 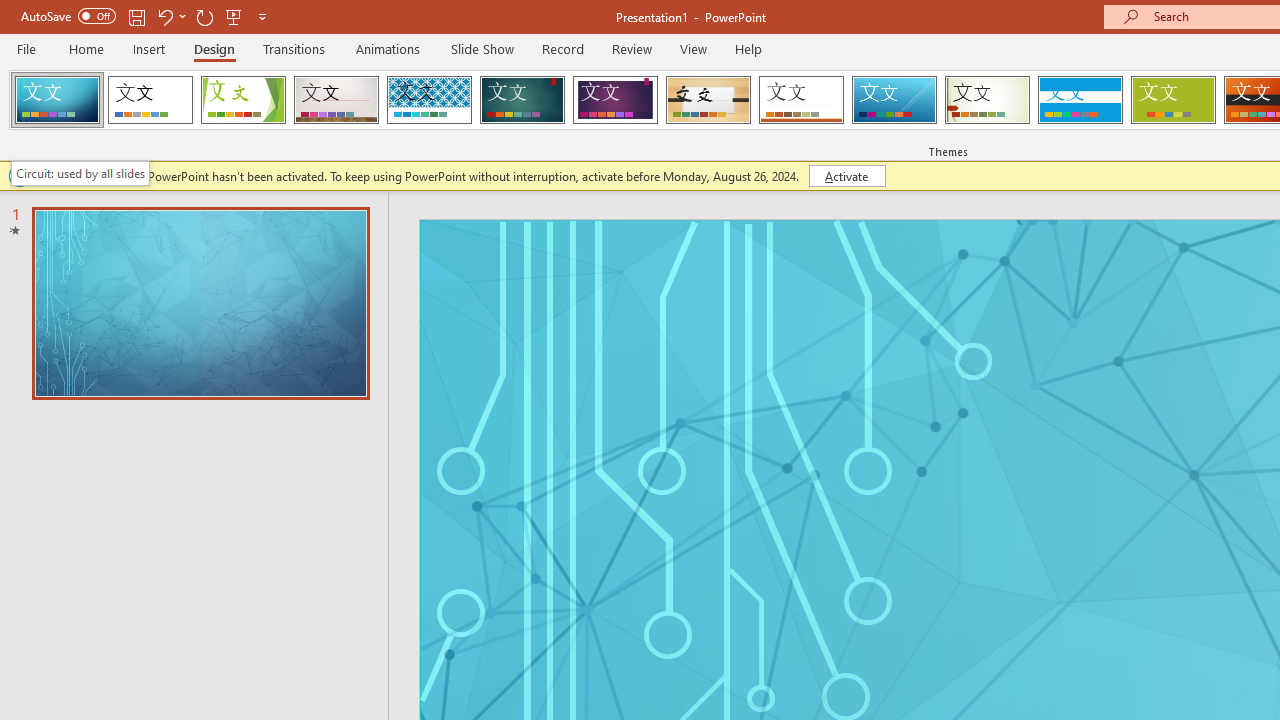 I want to click on 'Retrospect', so click(x=801, y=100).